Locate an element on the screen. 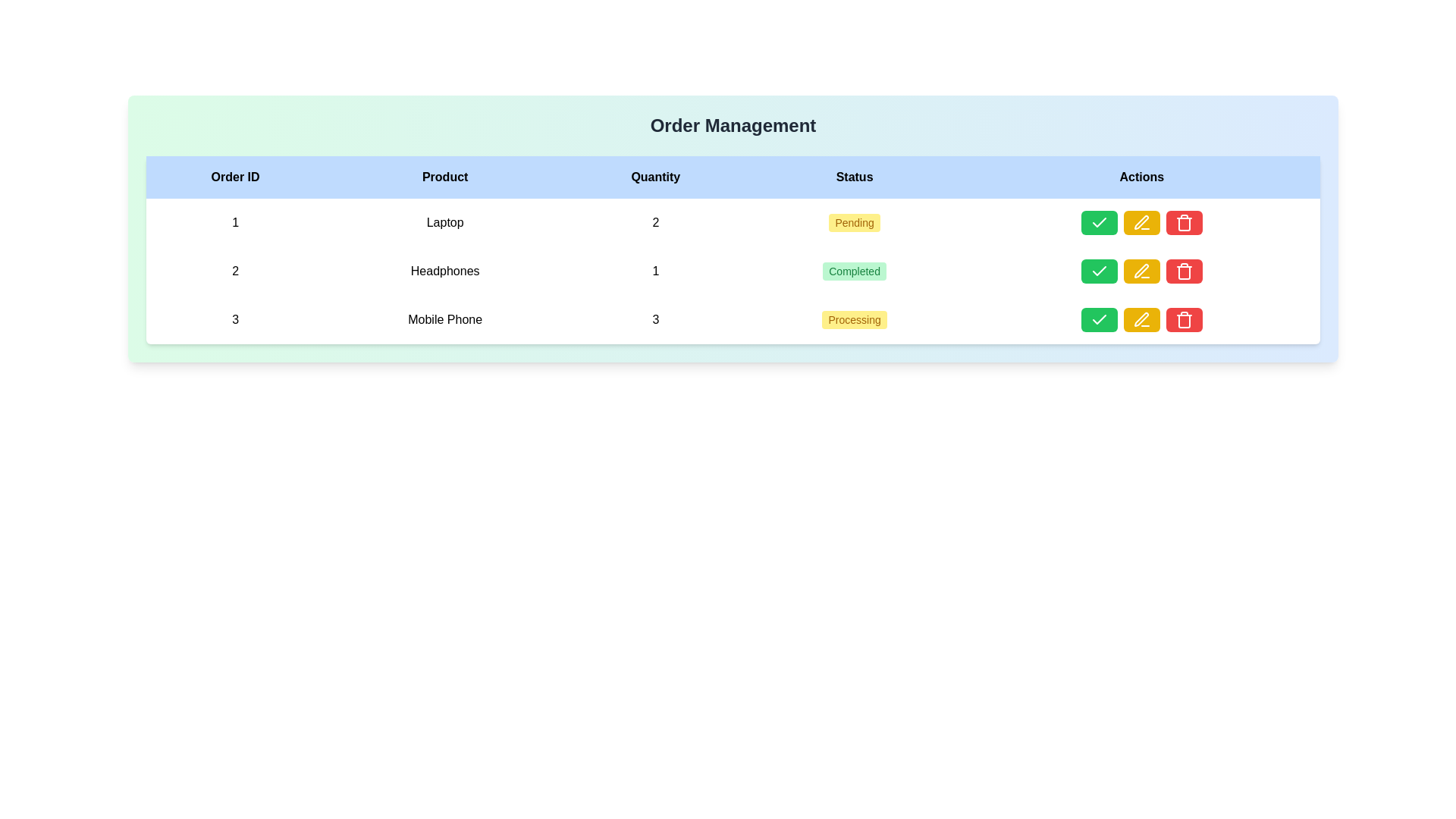 The height and width of the screenshot is (819, 1456). the confirm button located in the second row of the table, which is the first button in the 'Actions' column, to mark the associated item as completed is located at coordinates (1099, 271).